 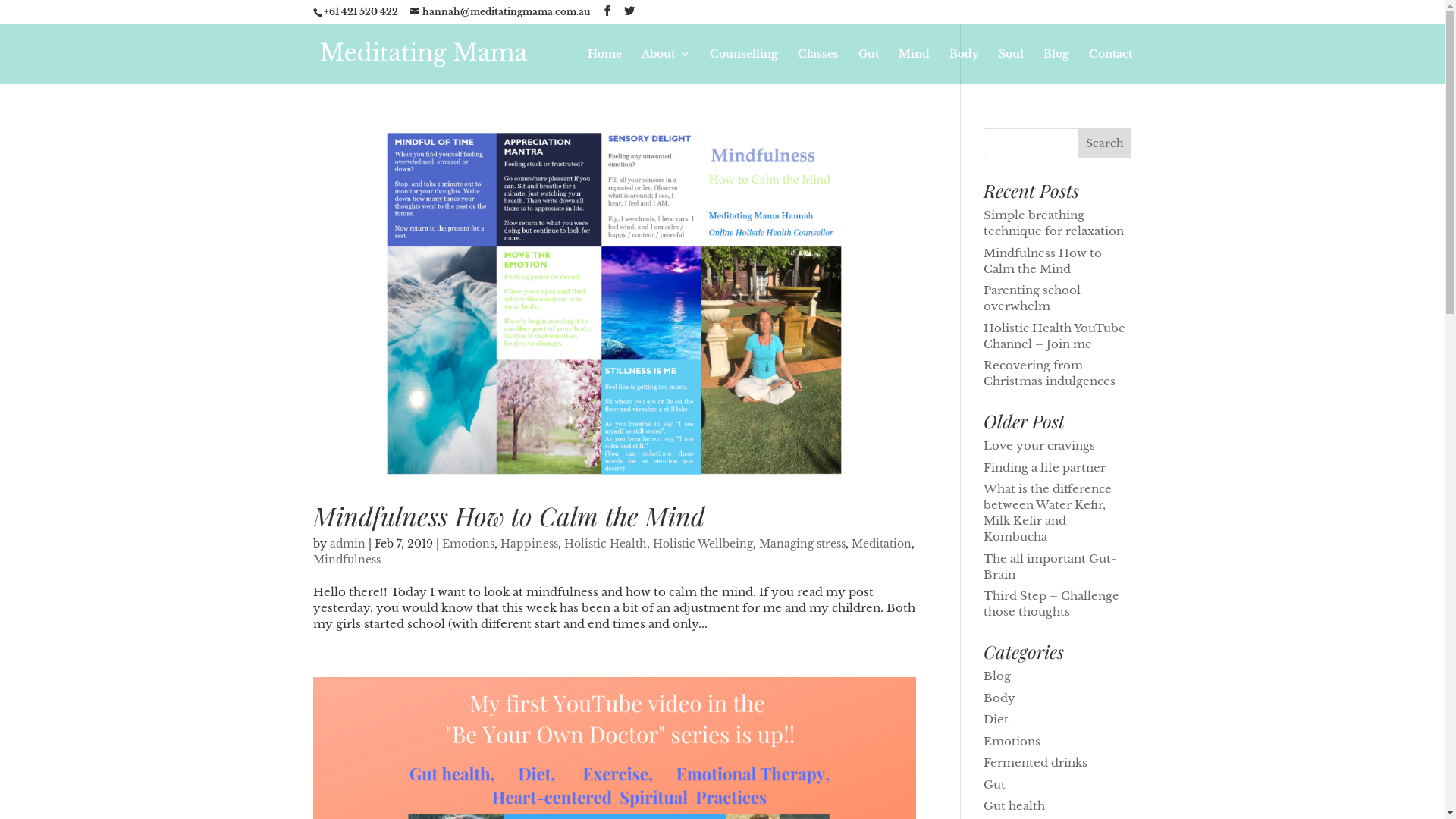 What do you see at coordinates (1049, 565) in the screenshot?
I see `'The all important Gut-Brain'` at bounding box center [1049, 565].